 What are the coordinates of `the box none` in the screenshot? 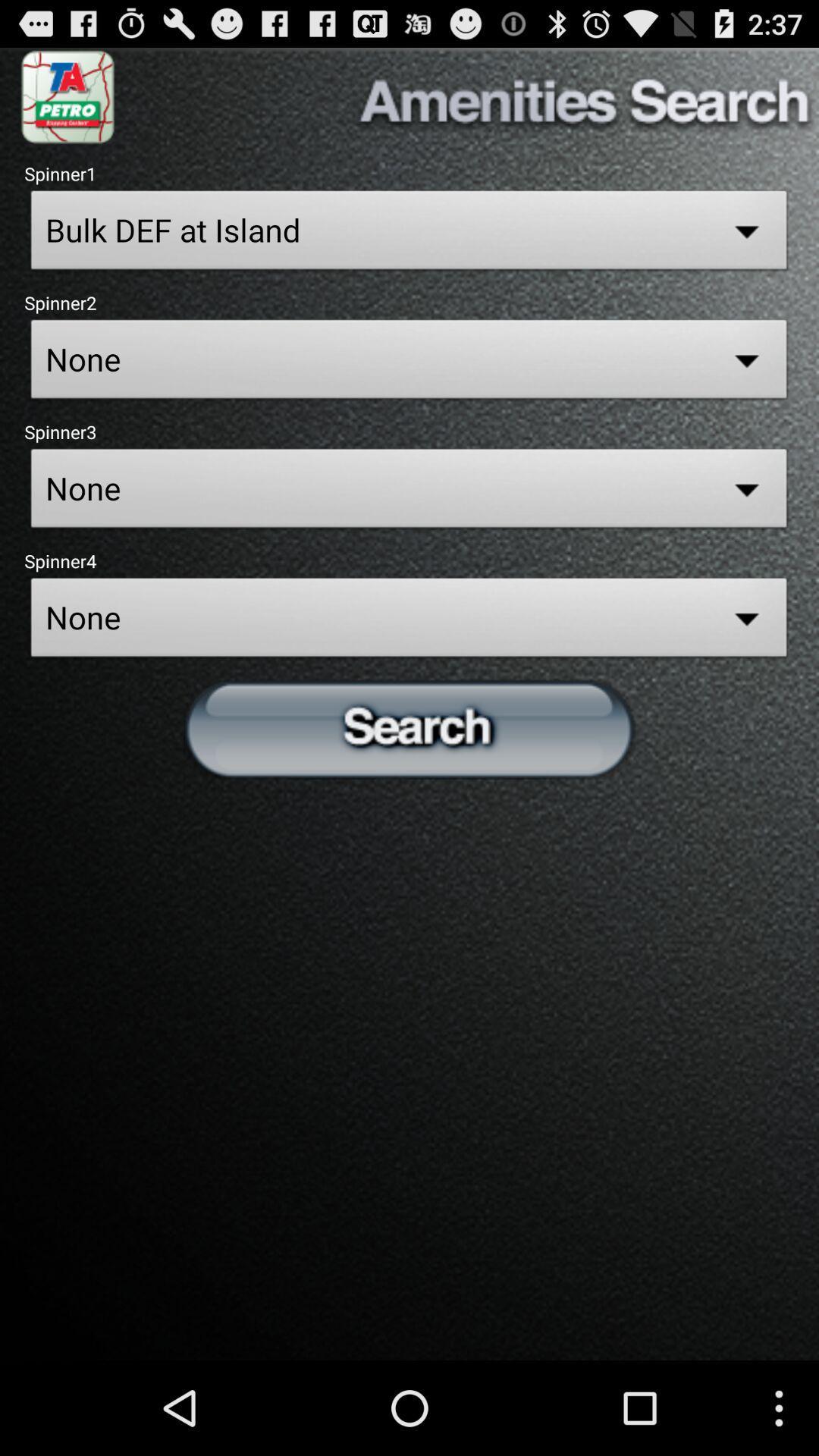 It's located at (409, 362).